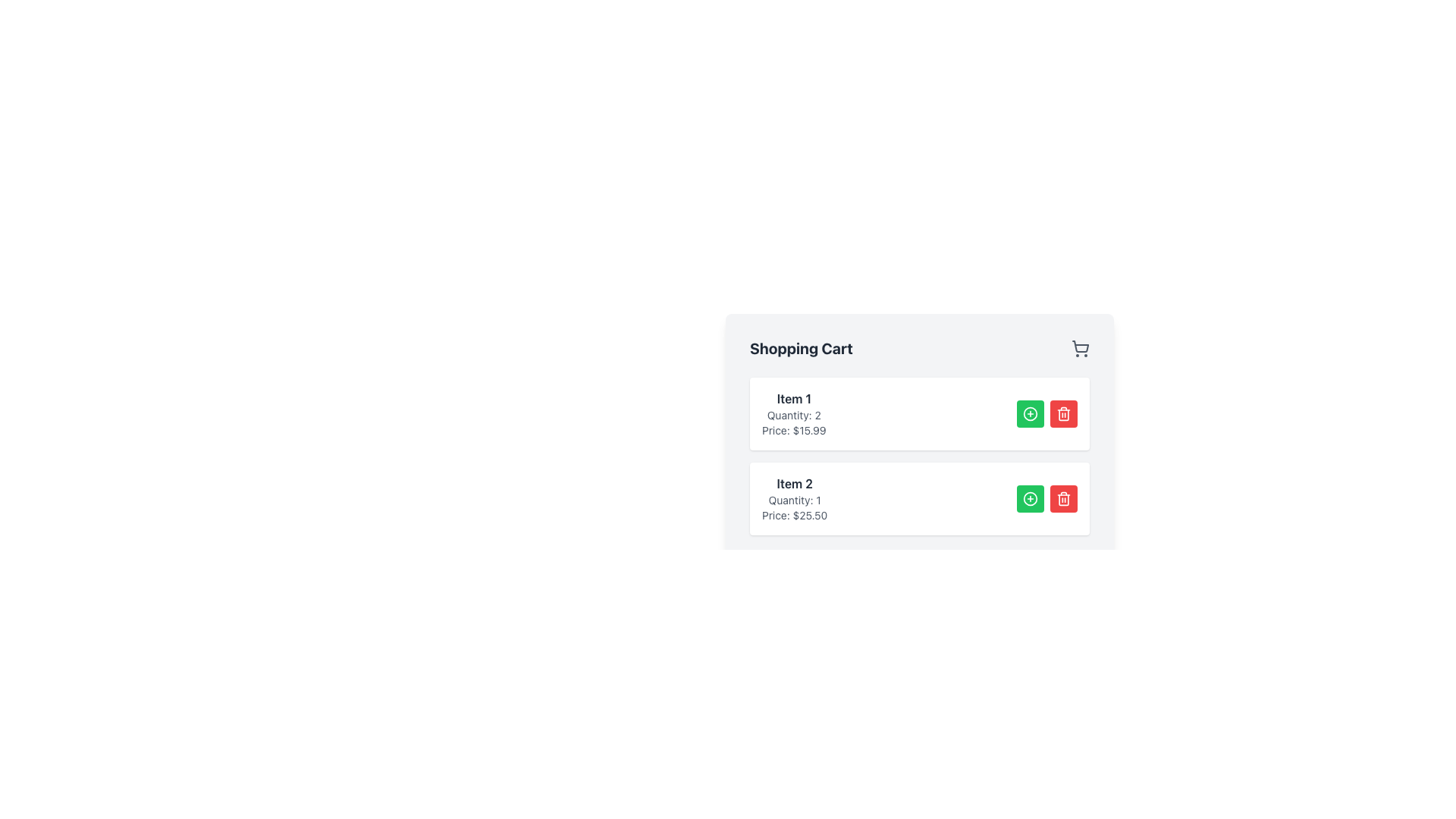 The height and width of the screenshot is (819, 1456). I want to click on the circular icon with a green border and white filled background, representing the increment function in the shopping cart interface, so click(1030, 414).